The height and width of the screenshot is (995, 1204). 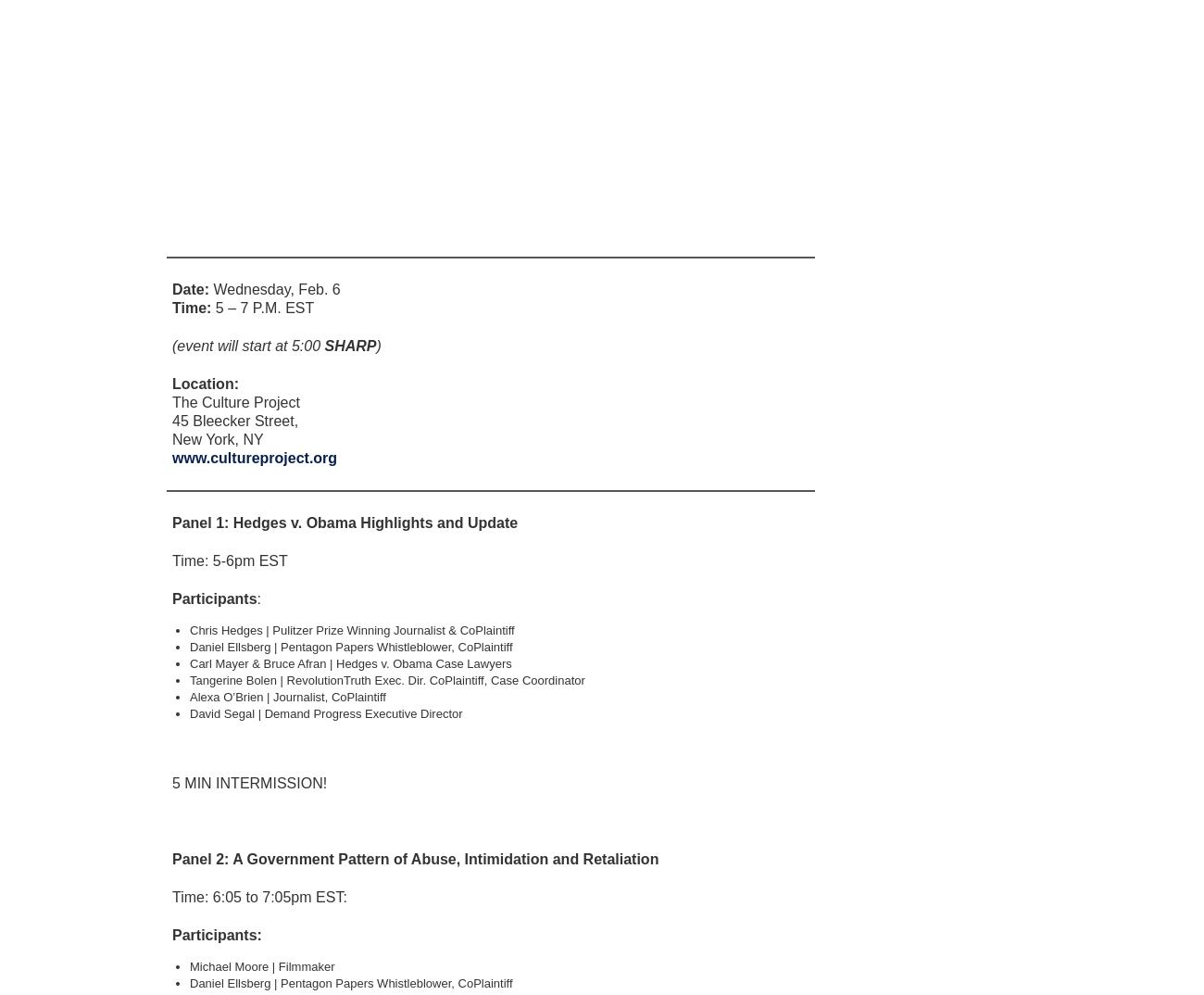 I want to click on 'New York, NY', so click(x=217, y=438).